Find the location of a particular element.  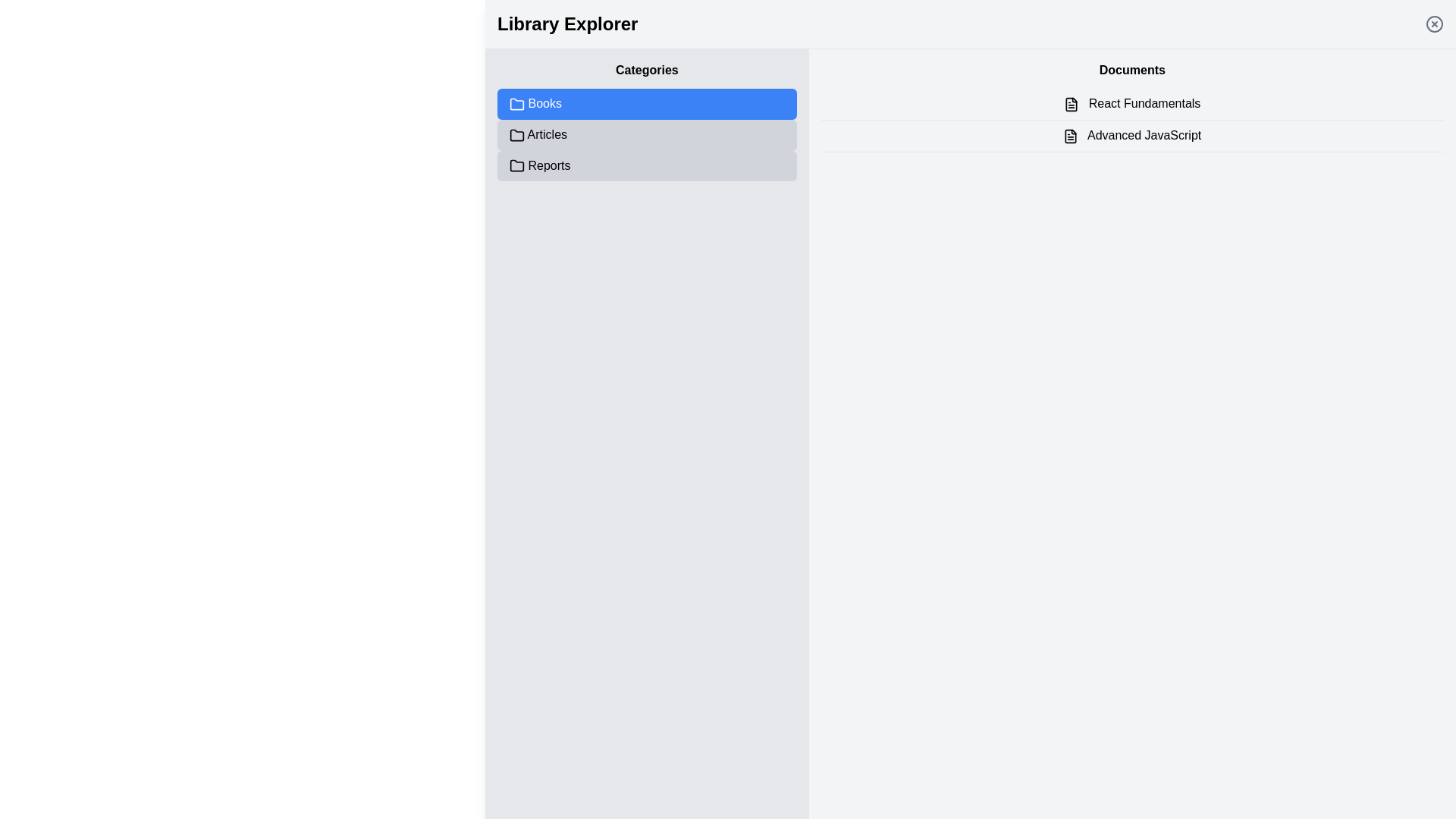

the file icon representing the 'Advanced JavaScript' document, which is part of a grouped SVG icon and aligned with its text label is located at coordinates (1070, 135).